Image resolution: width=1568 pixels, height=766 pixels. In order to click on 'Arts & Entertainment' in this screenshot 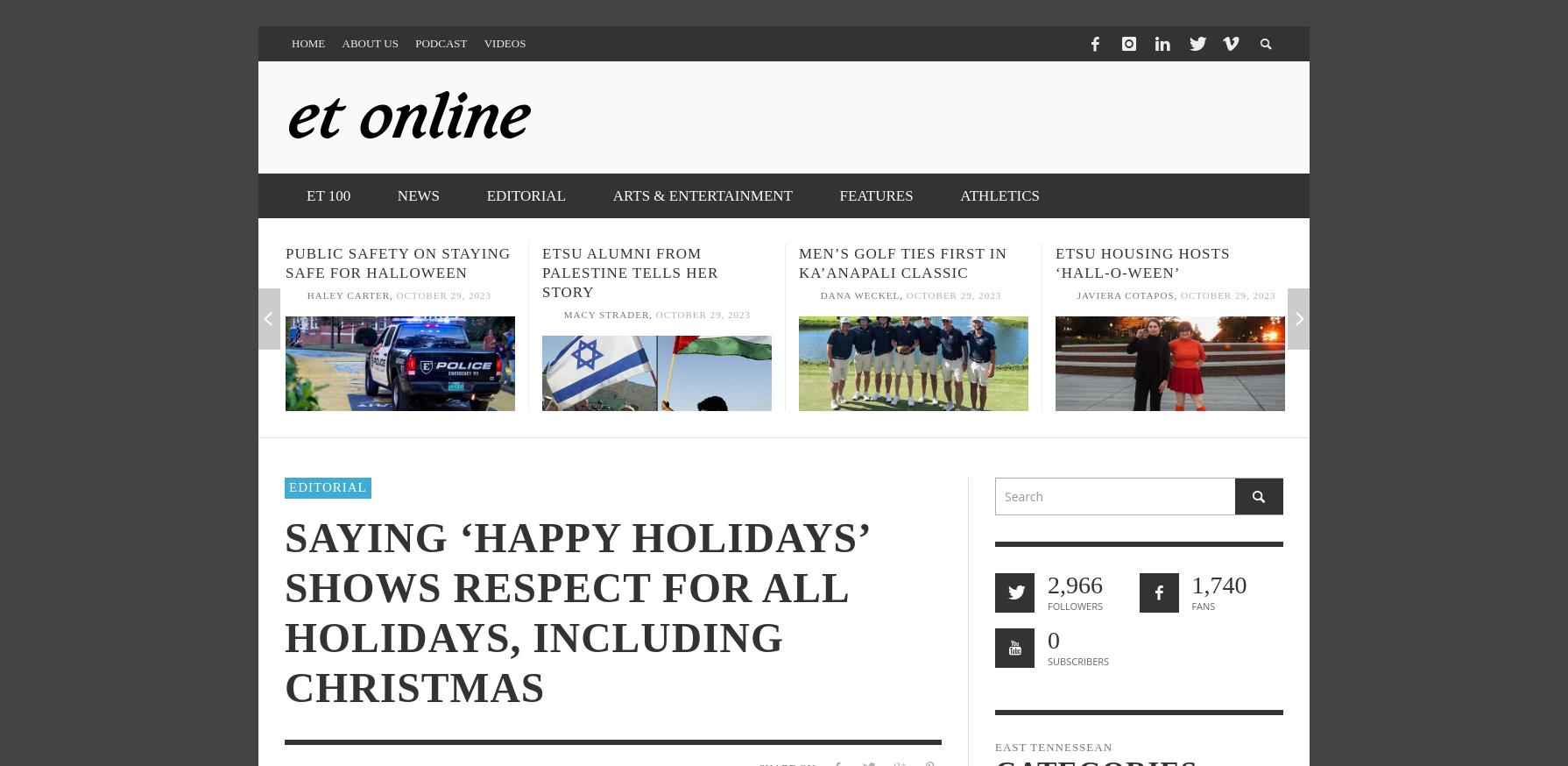, I will do `click(611, 195)`.